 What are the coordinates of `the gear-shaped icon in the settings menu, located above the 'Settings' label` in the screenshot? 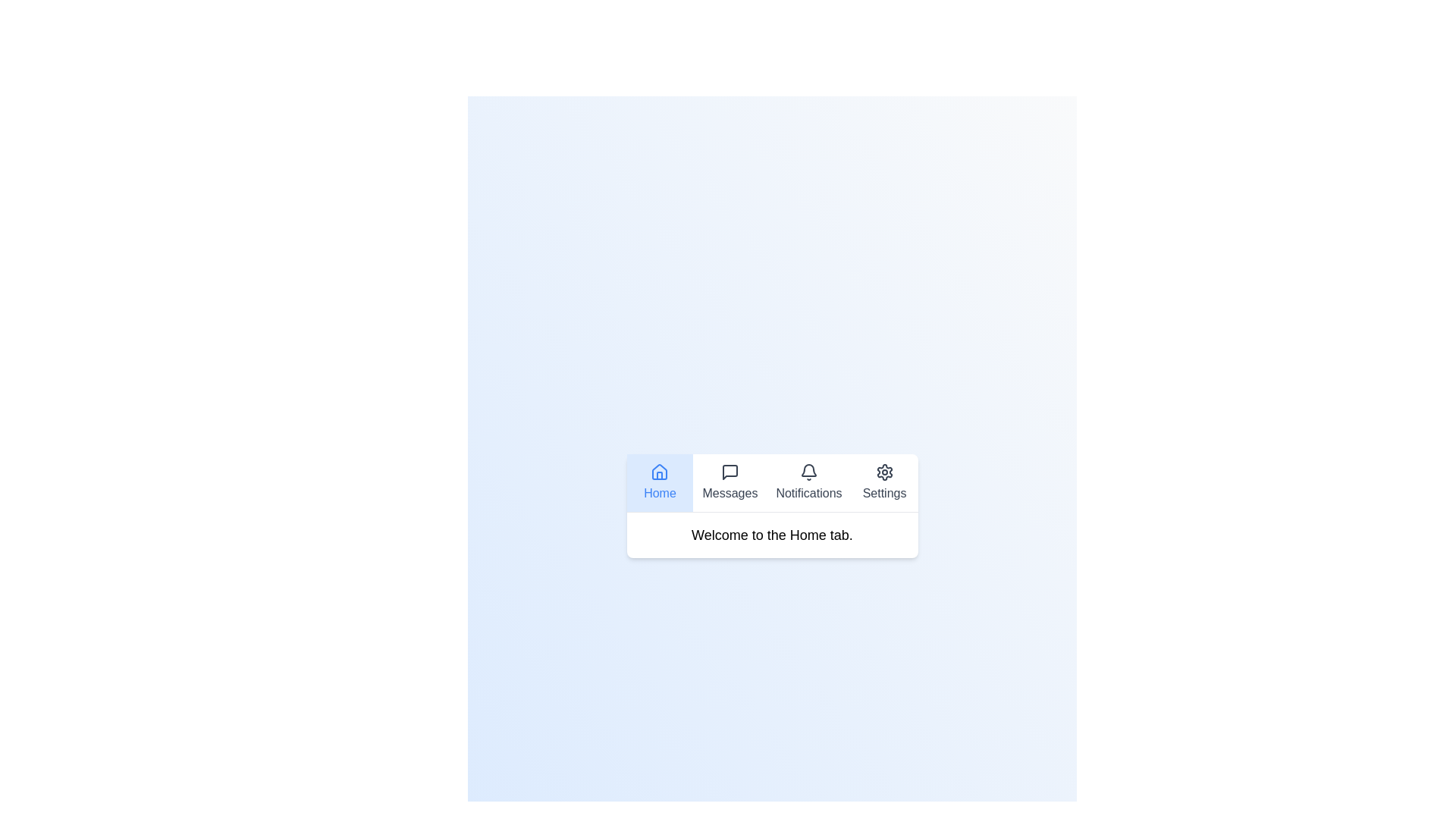 It's located at (884, 471).